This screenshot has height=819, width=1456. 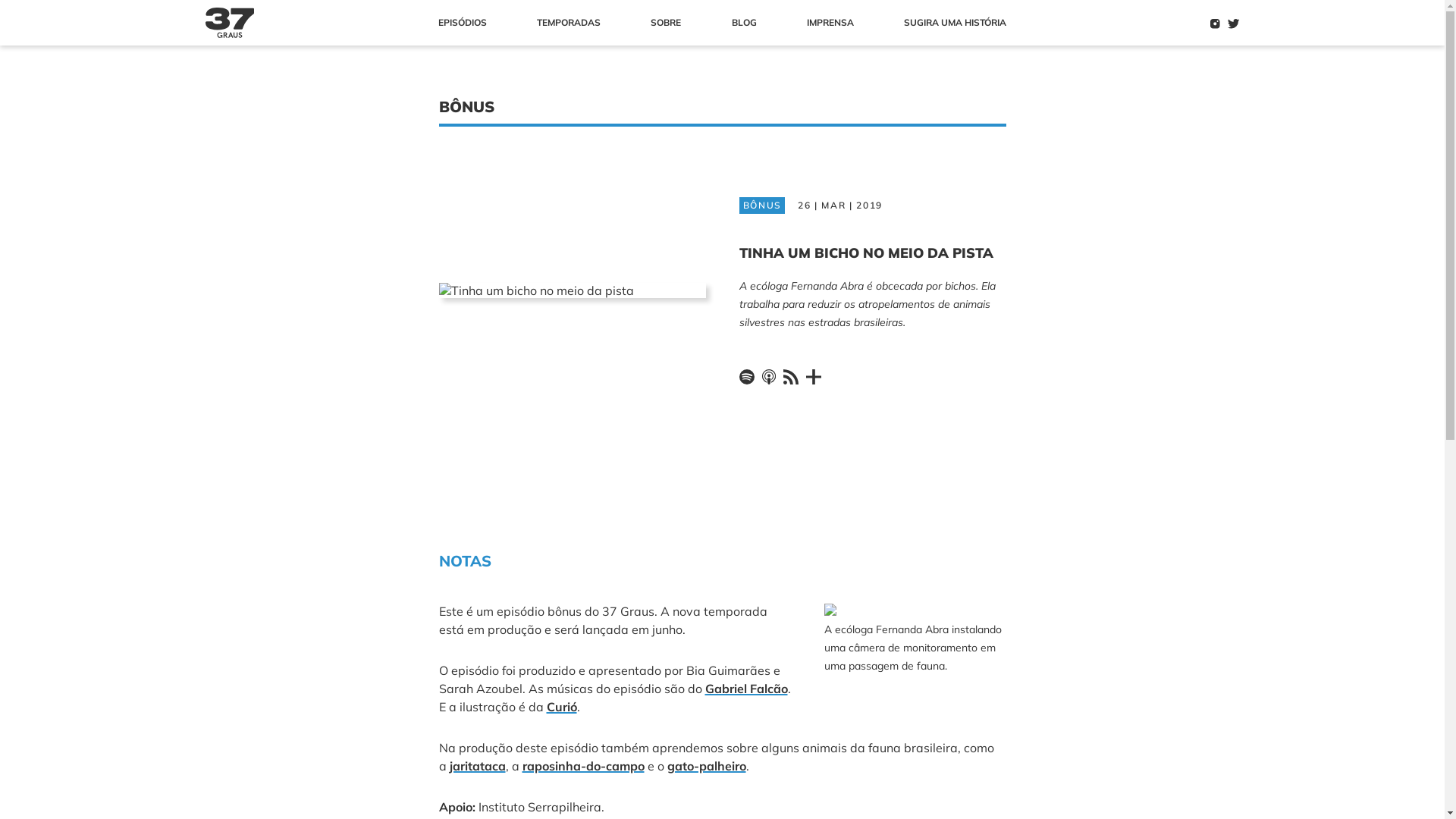 What do you see at coordinates (537, 23) in the screenshot?
I see `'TEMPORADAS'` at bounding box center [537, 23].